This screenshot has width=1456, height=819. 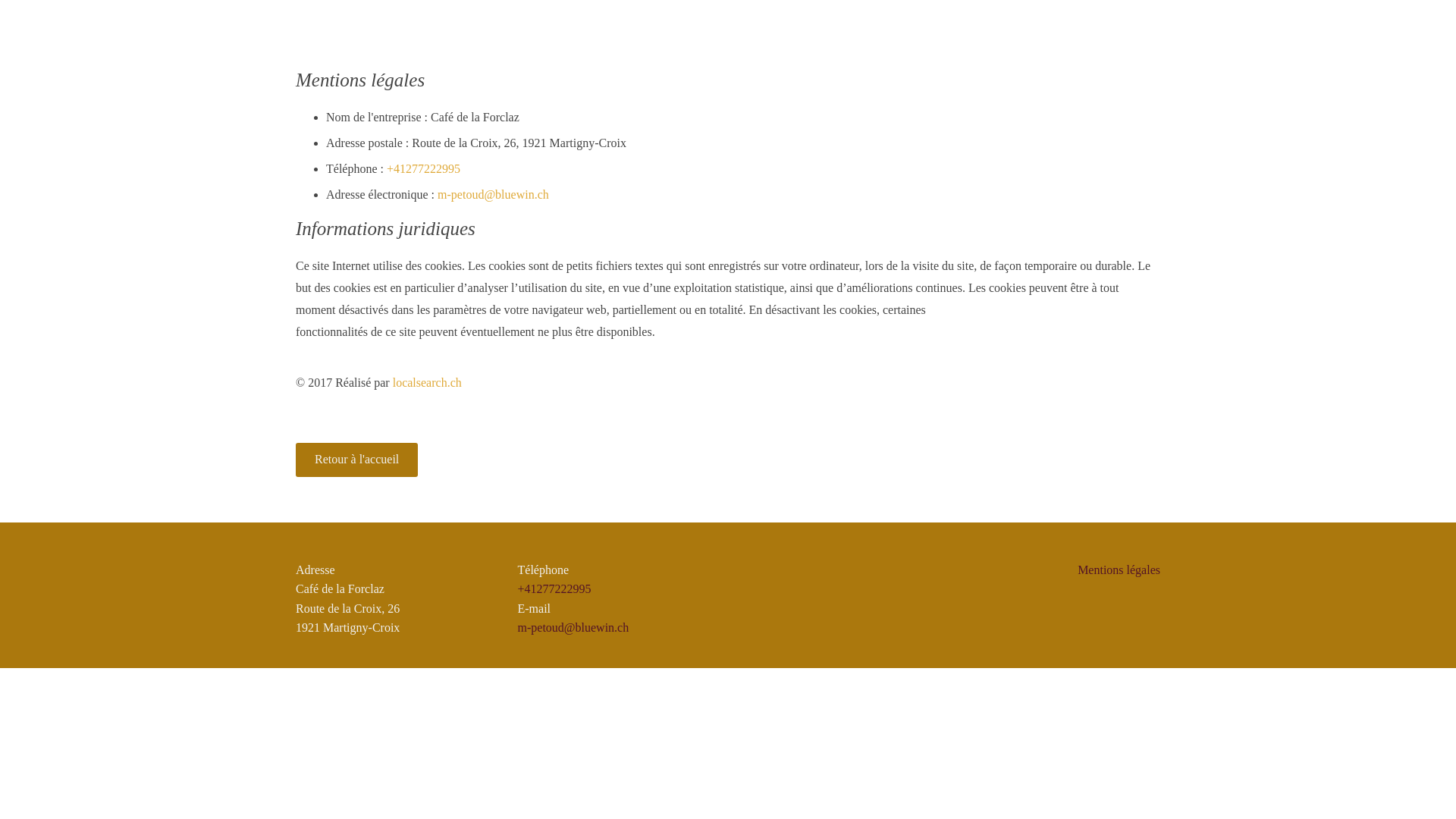 I want to click on 'm-petoud@bluewin.ch', so click(x=493, y=193).